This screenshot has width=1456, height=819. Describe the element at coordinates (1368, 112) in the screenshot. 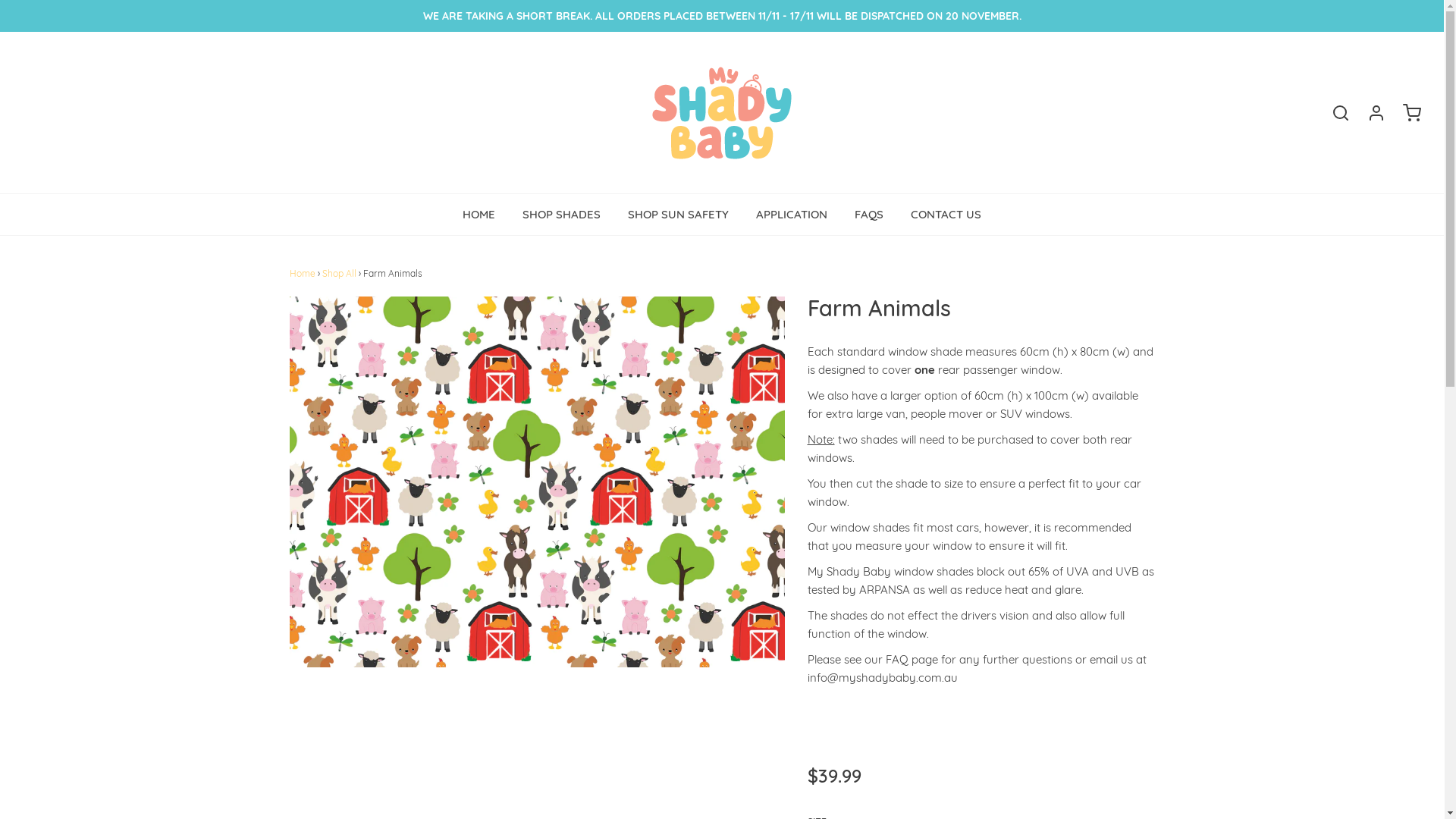

I see `'Log in'` at that location.